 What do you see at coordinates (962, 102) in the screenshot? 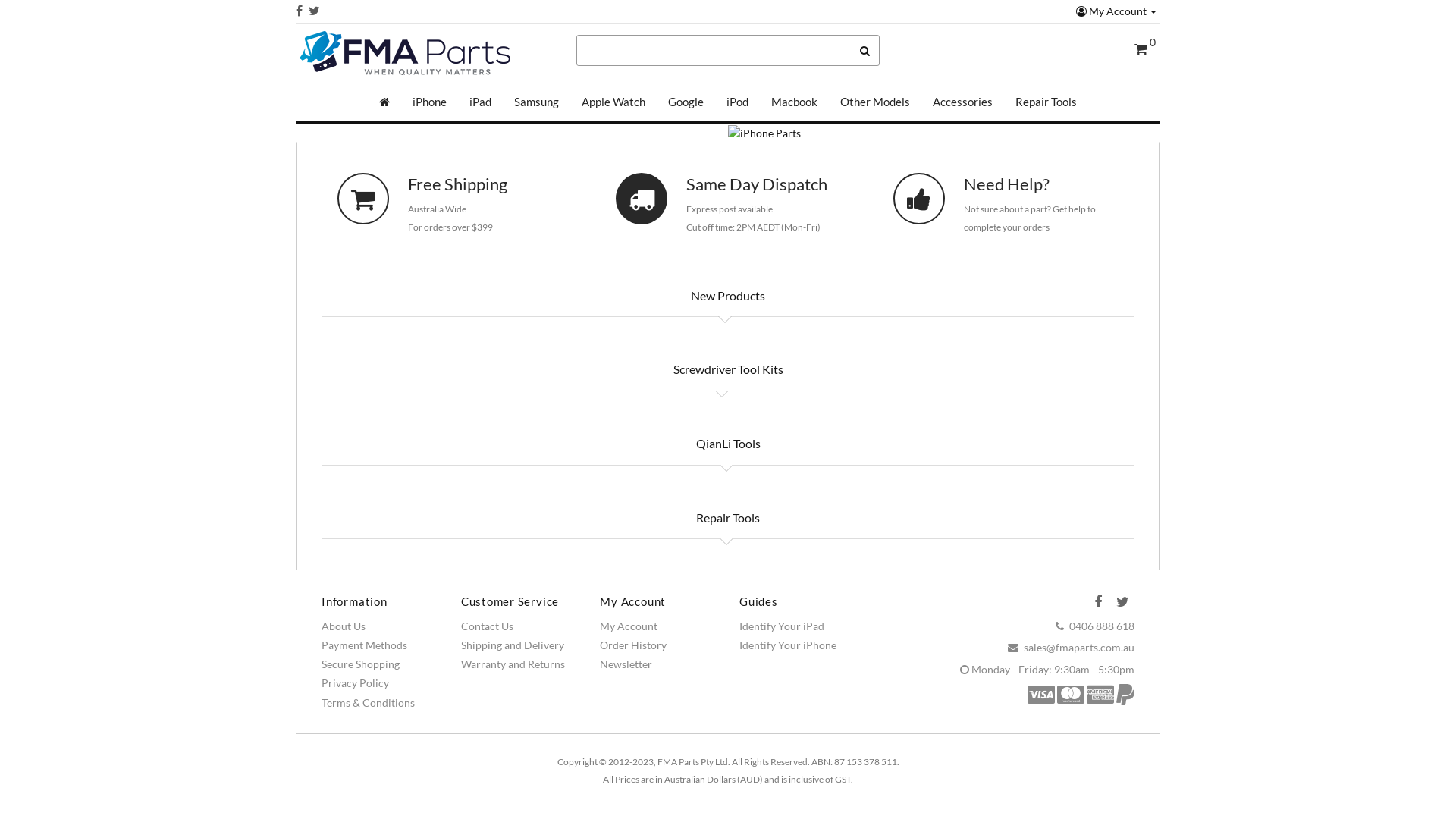
I see `'Accessories'` at bounding box center [962, 102].